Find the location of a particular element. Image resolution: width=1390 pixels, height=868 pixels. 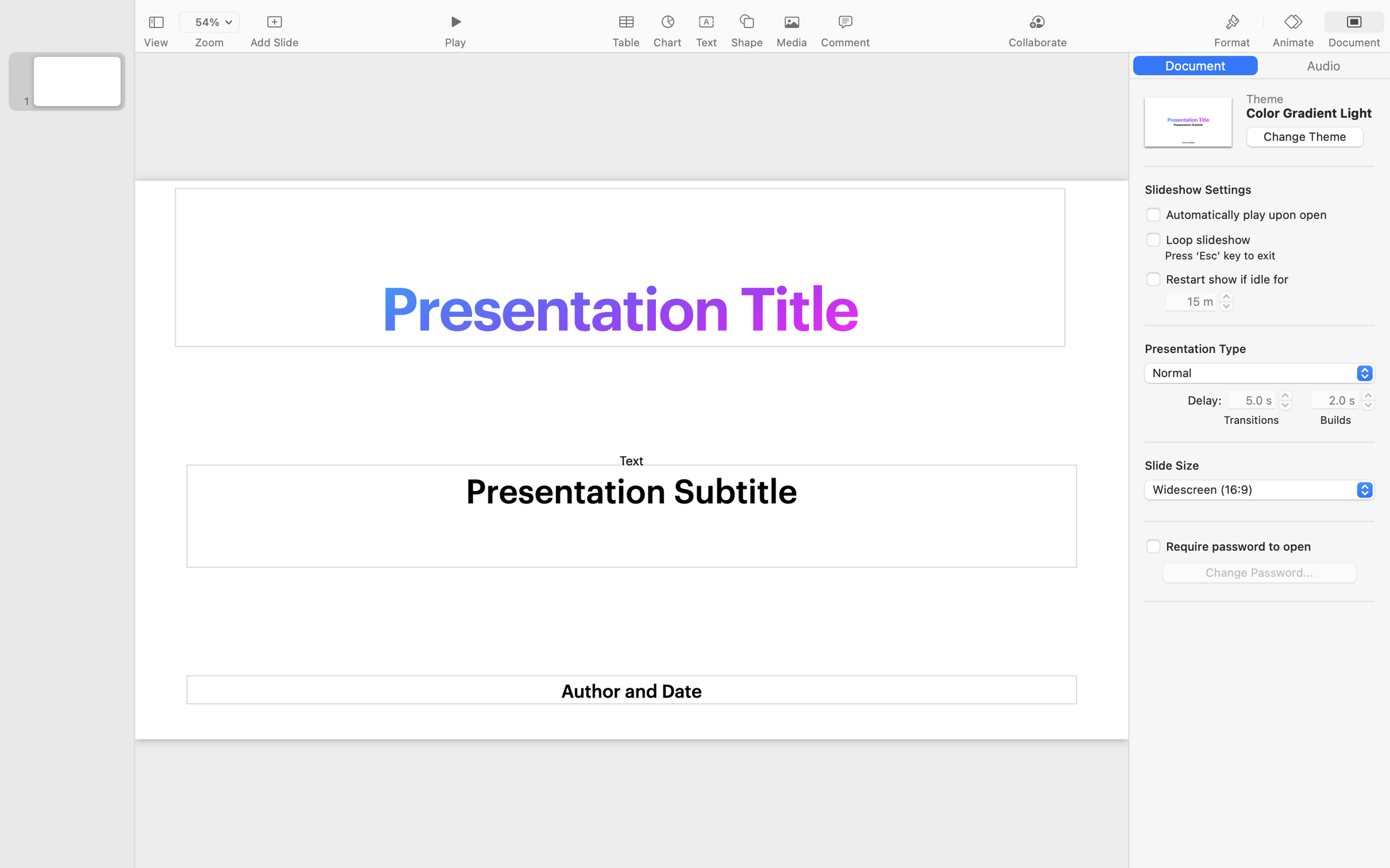

'5.0' is located at coordinates (1285, 400).